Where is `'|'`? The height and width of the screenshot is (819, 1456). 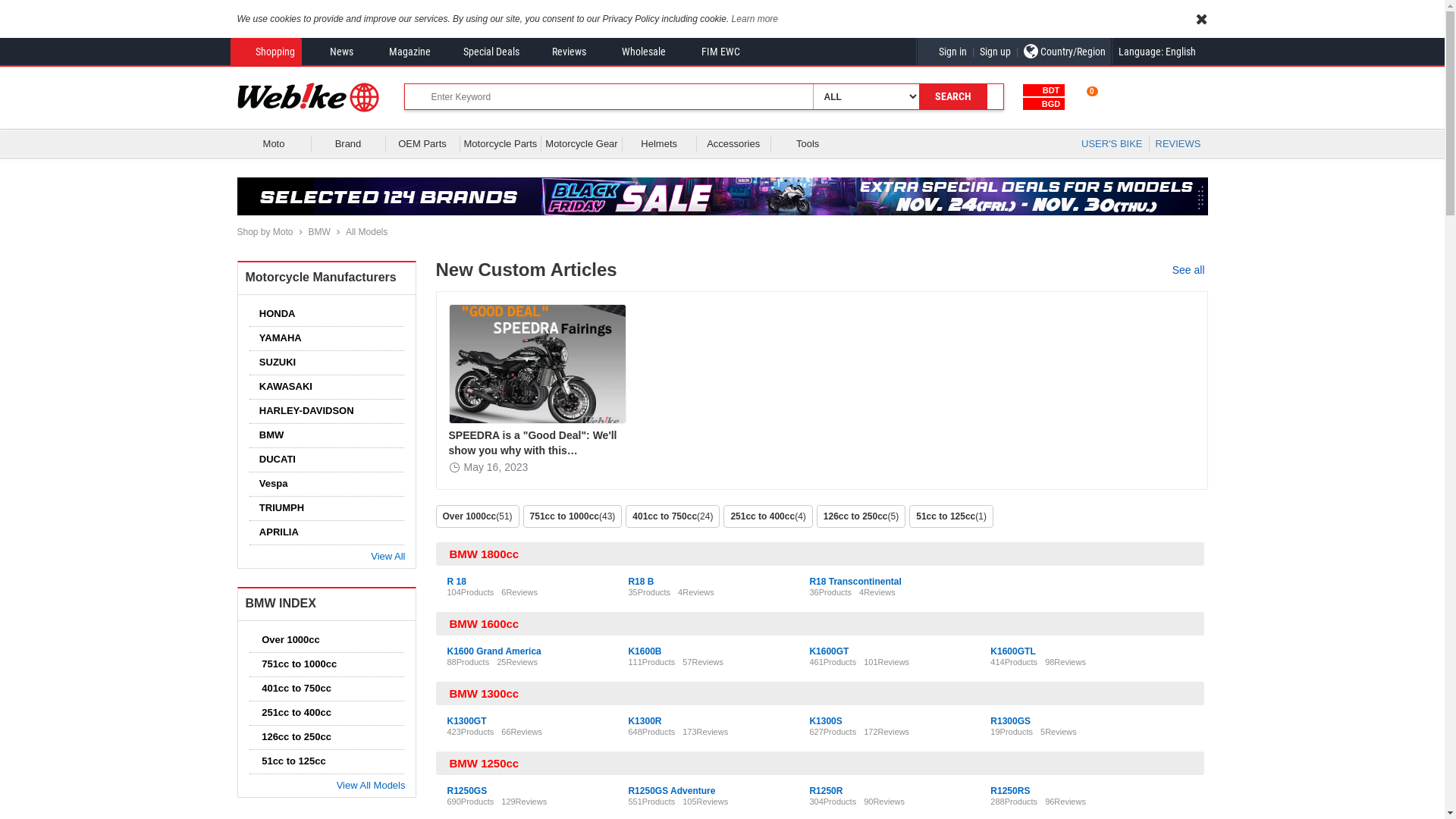
'|' is located at coordinates (1017, 51).